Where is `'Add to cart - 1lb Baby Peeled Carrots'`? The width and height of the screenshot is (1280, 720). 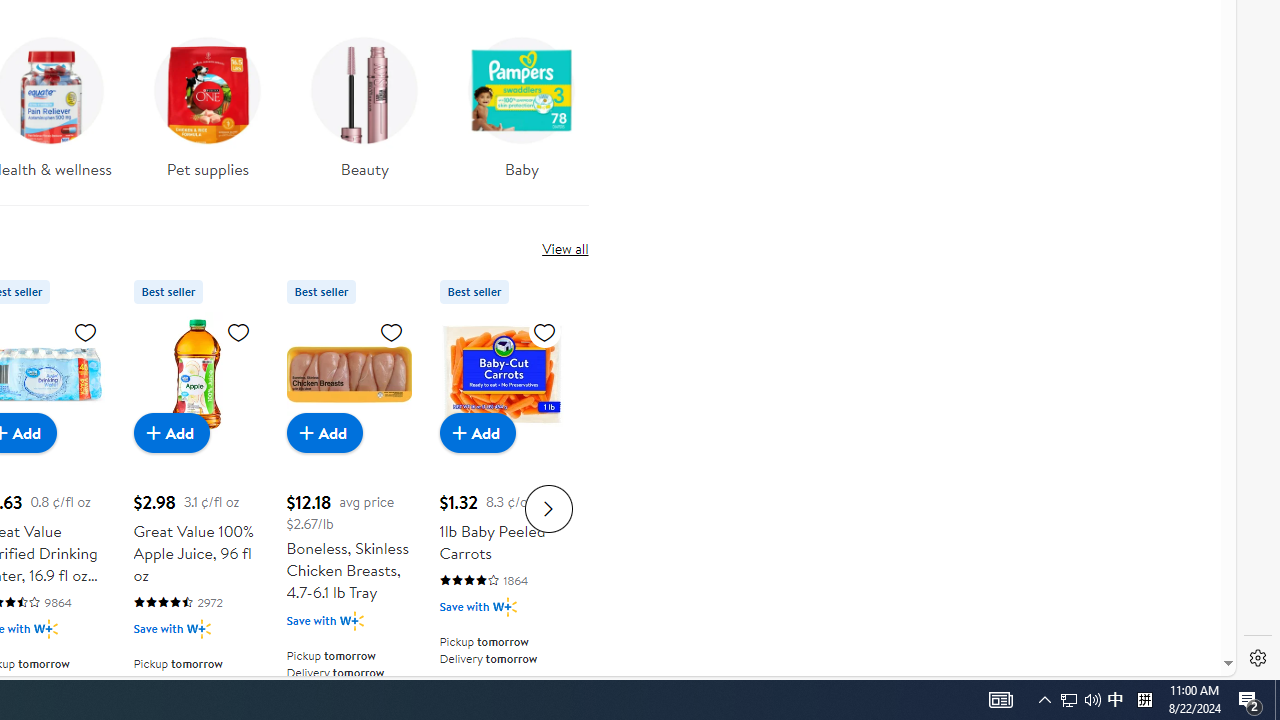 'Add to cart - 1lb Baby Peeled Carrots' is located at coordinates (477, 431).